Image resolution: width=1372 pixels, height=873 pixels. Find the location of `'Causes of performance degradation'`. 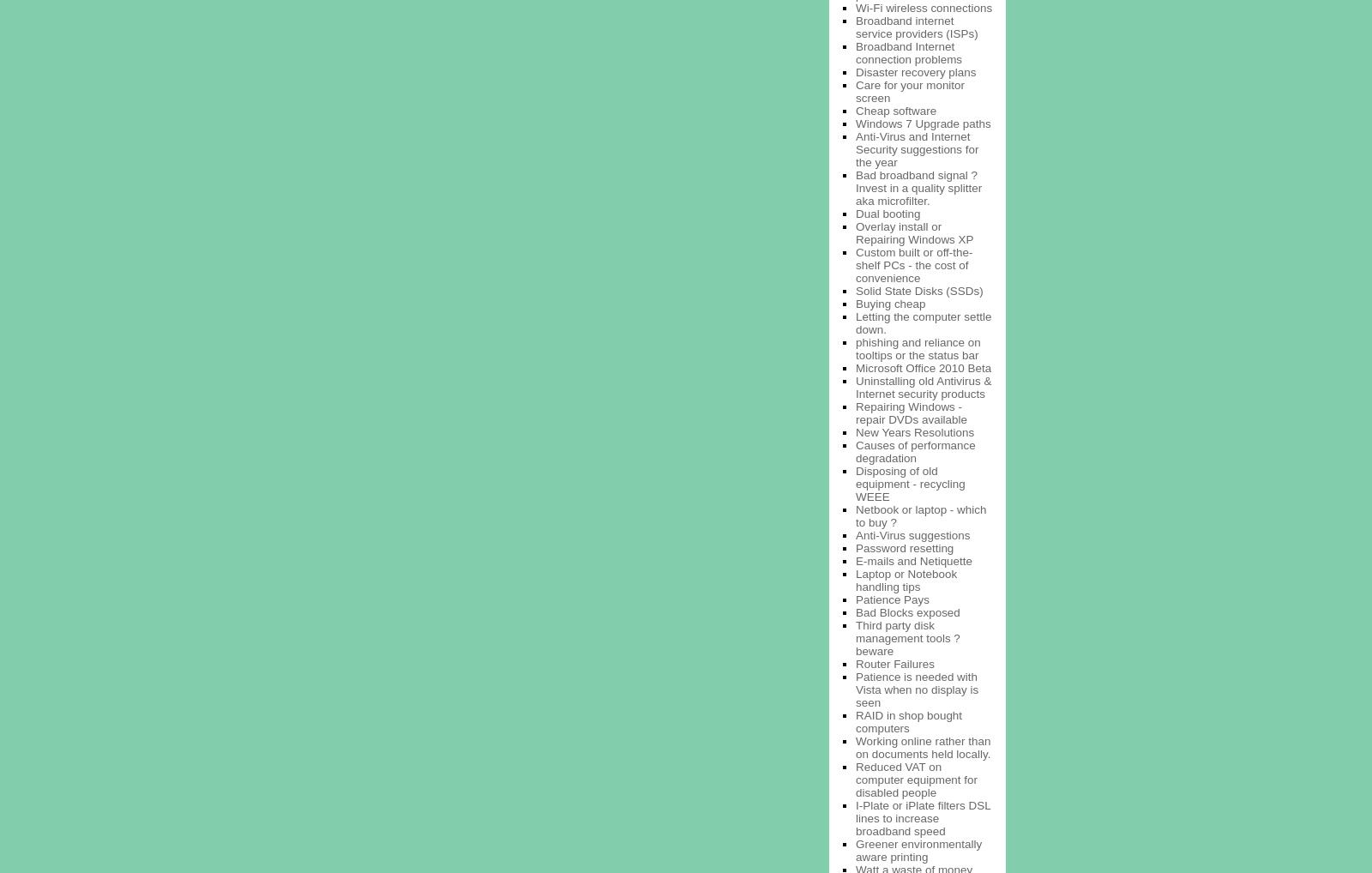

'Causes of performance degradation' is located at coordinates (915, 450).